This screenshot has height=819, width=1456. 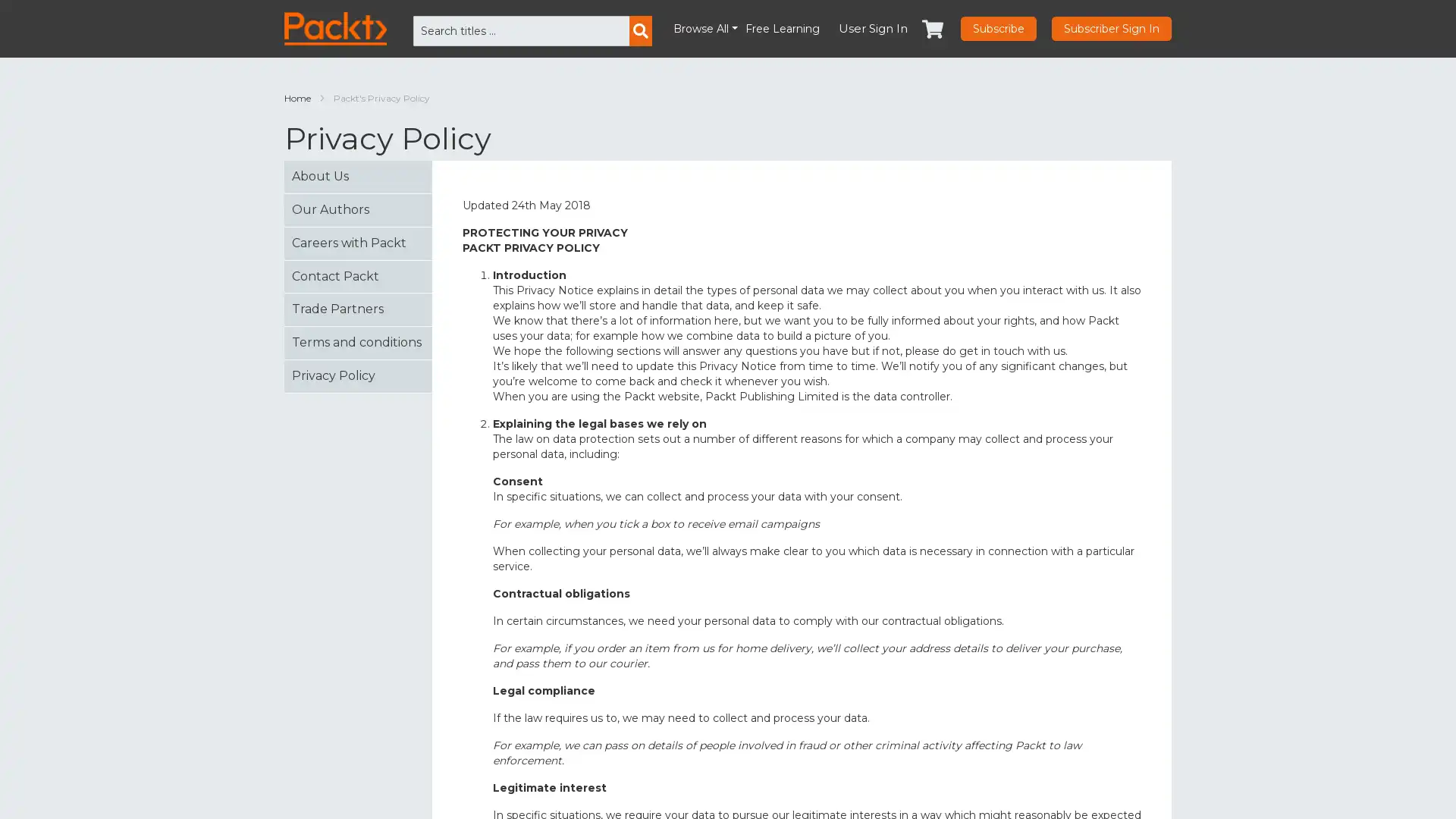 I want to click on More Info, so click(x=1240, y=786).